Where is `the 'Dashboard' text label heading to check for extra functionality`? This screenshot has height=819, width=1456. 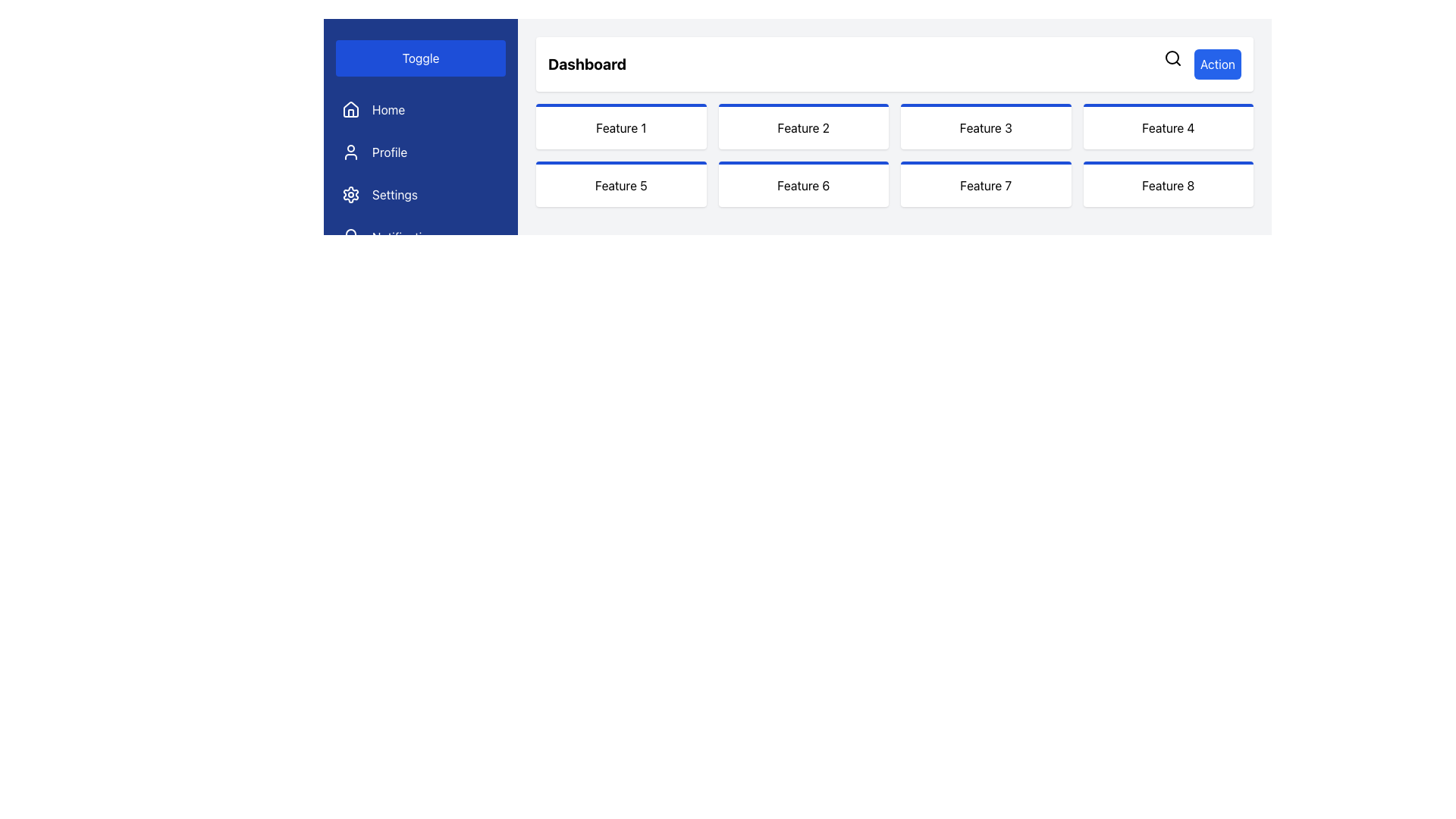 the 'Dashboard' text label heading to check for extra functionality is located at coordinates (586, 63).